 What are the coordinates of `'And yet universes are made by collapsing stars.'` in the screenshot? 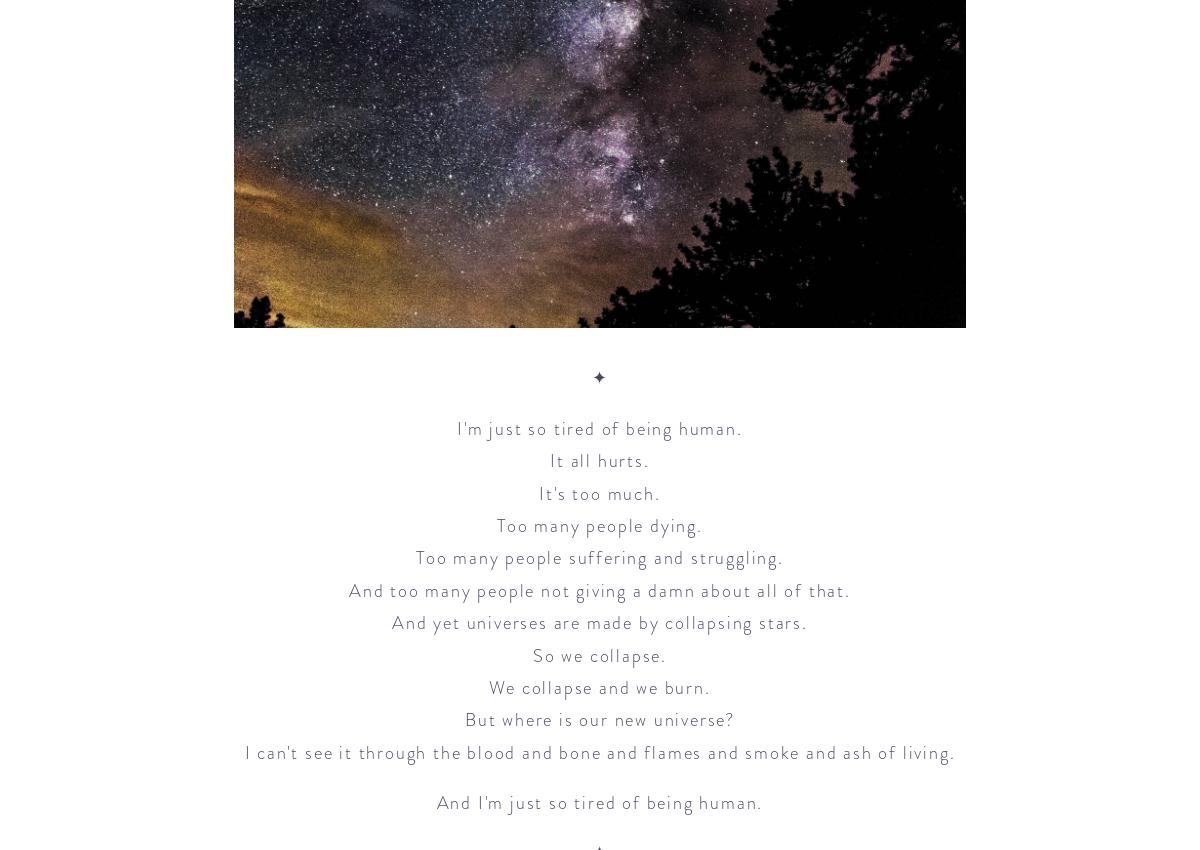 It's located at (598, 621).